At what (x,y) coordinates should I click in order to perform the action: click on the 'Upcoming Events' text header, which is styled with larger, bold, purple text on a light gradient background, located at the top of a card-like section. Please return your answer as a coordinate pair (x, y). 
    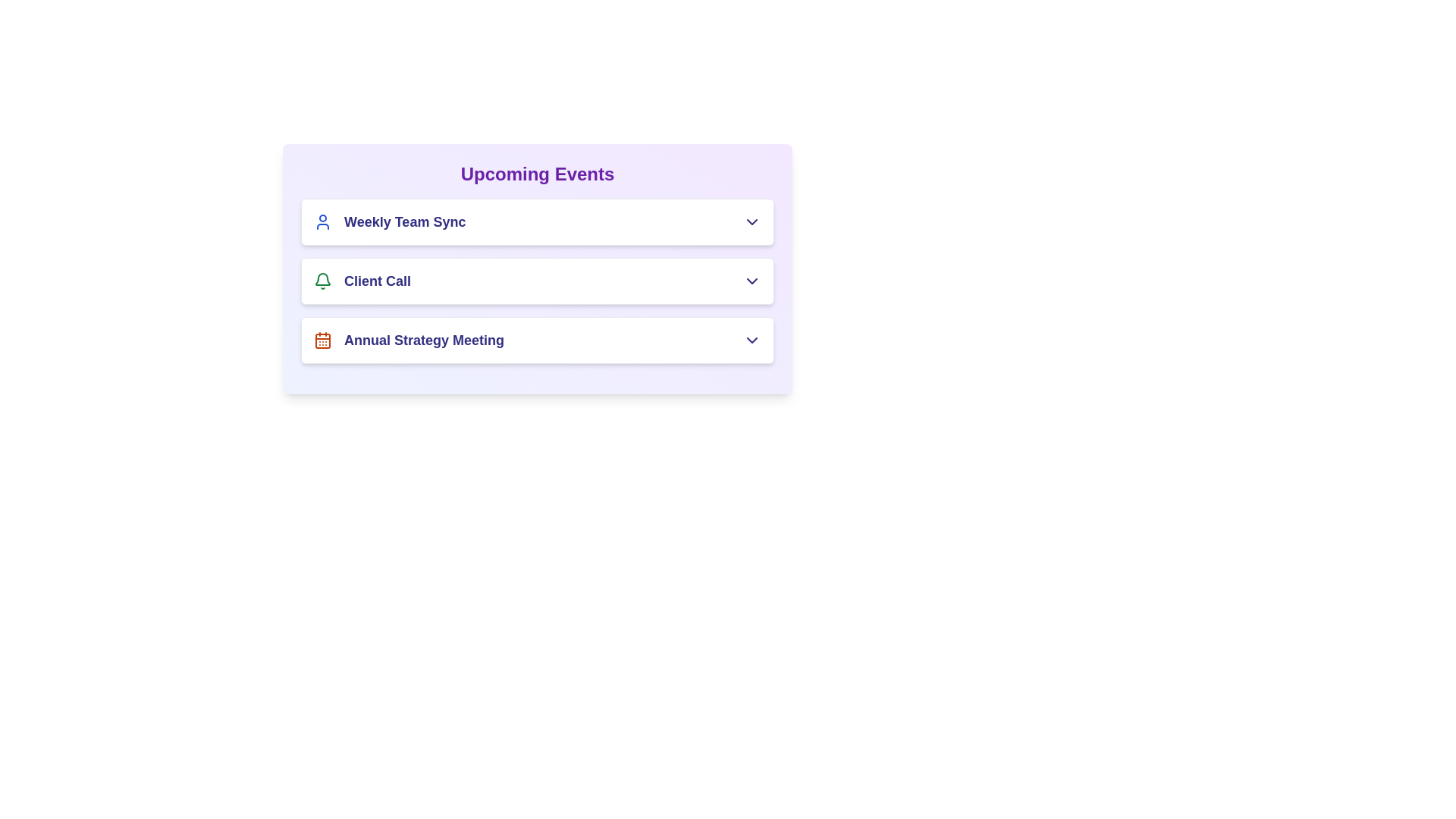
    Looking at the image, I should click on (538, 174).